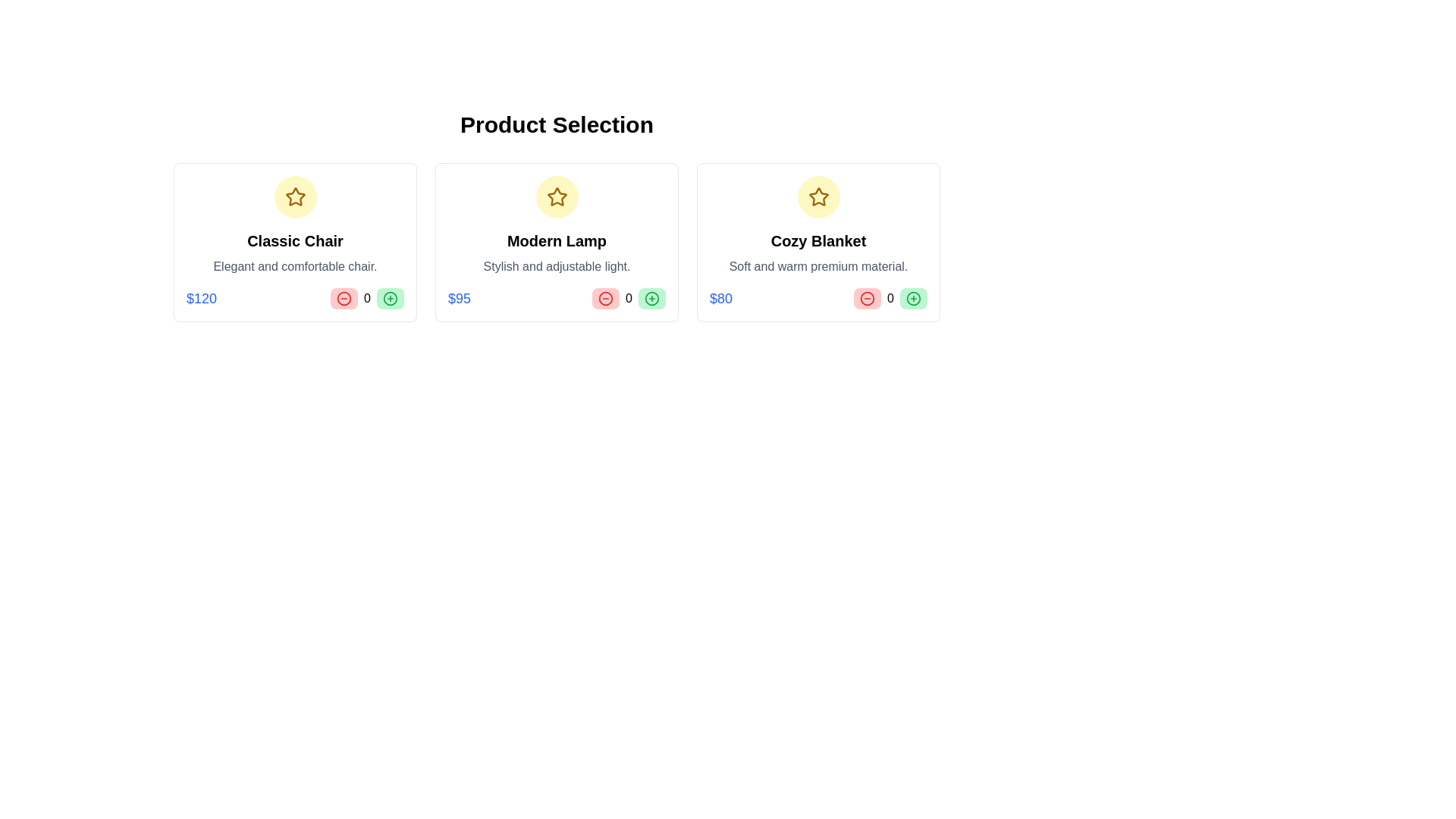 This screenshot has height=819, width=1456. What do you see at coordinates (817, 195) in the screenshot?
I see `the visual indicator icon located in the upper part of the second product card` at bounding box center [817, 195].